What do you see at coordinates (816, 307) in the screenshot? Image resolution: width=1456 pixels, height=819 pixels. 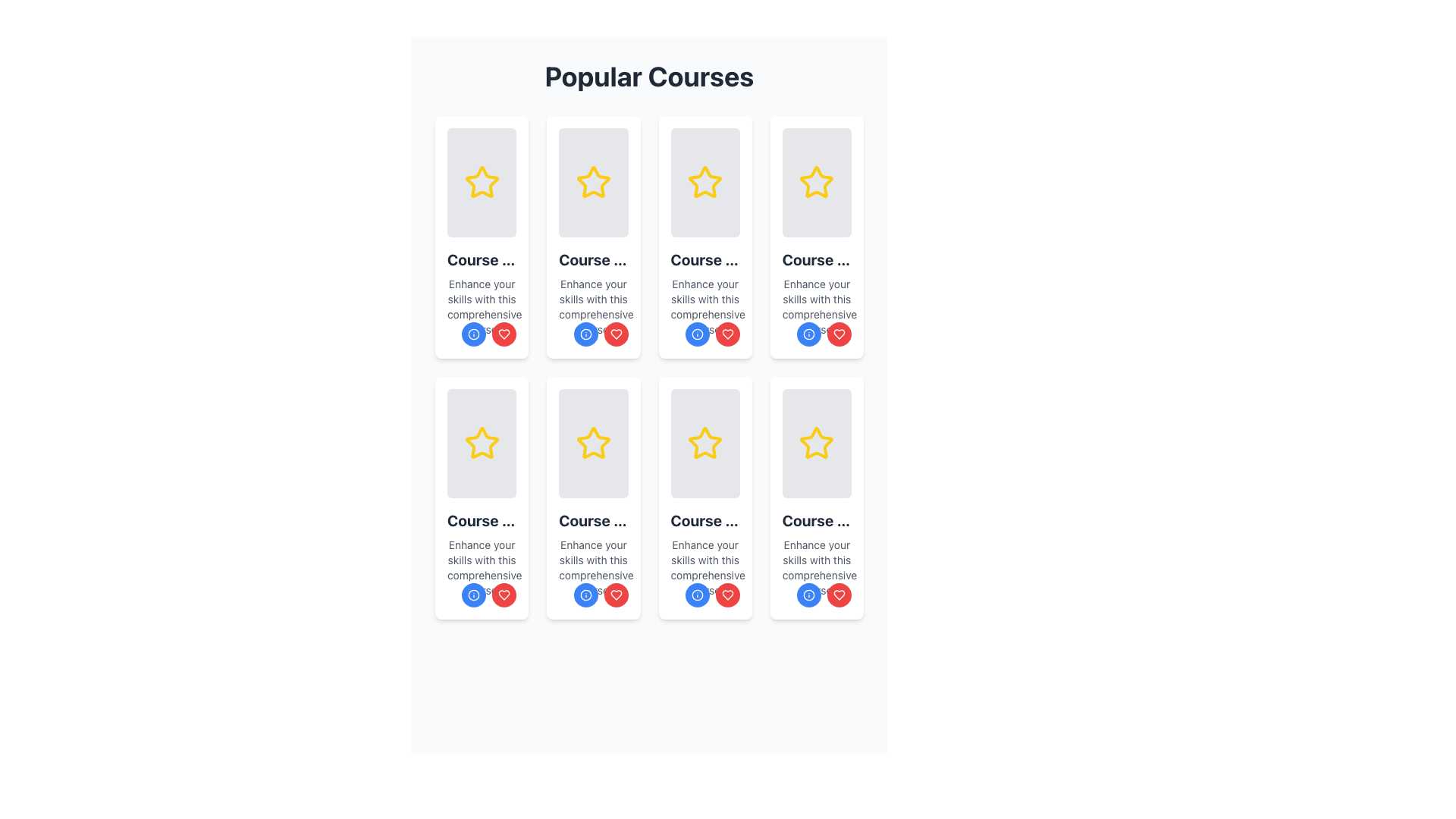 I see `brief description text of the course located in the second row, third column of the course card grid` at bounding box center [816, 307].